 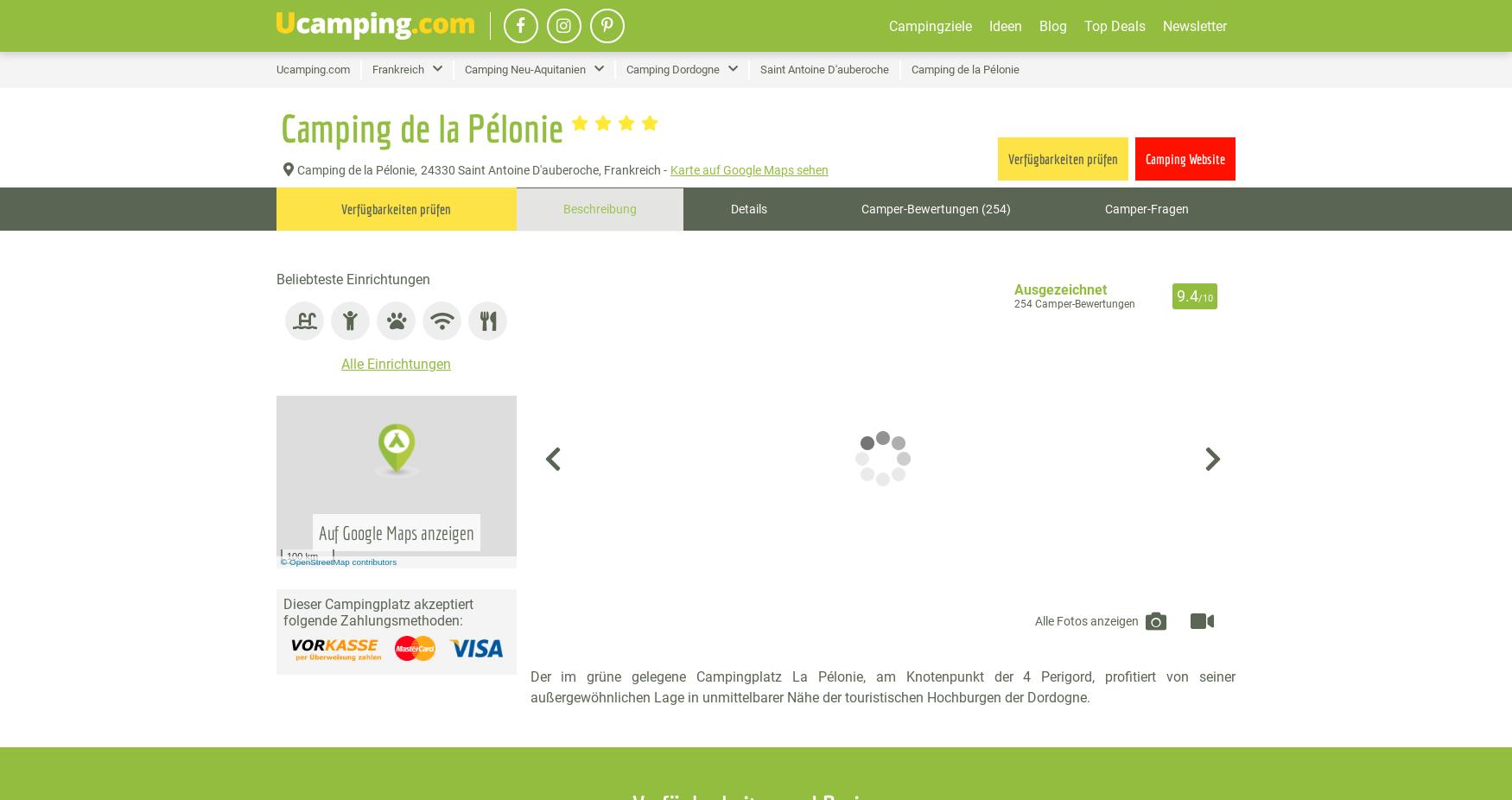 I want to click on 'Camping mit Privatsanitär', so click(x=1185, y=135).